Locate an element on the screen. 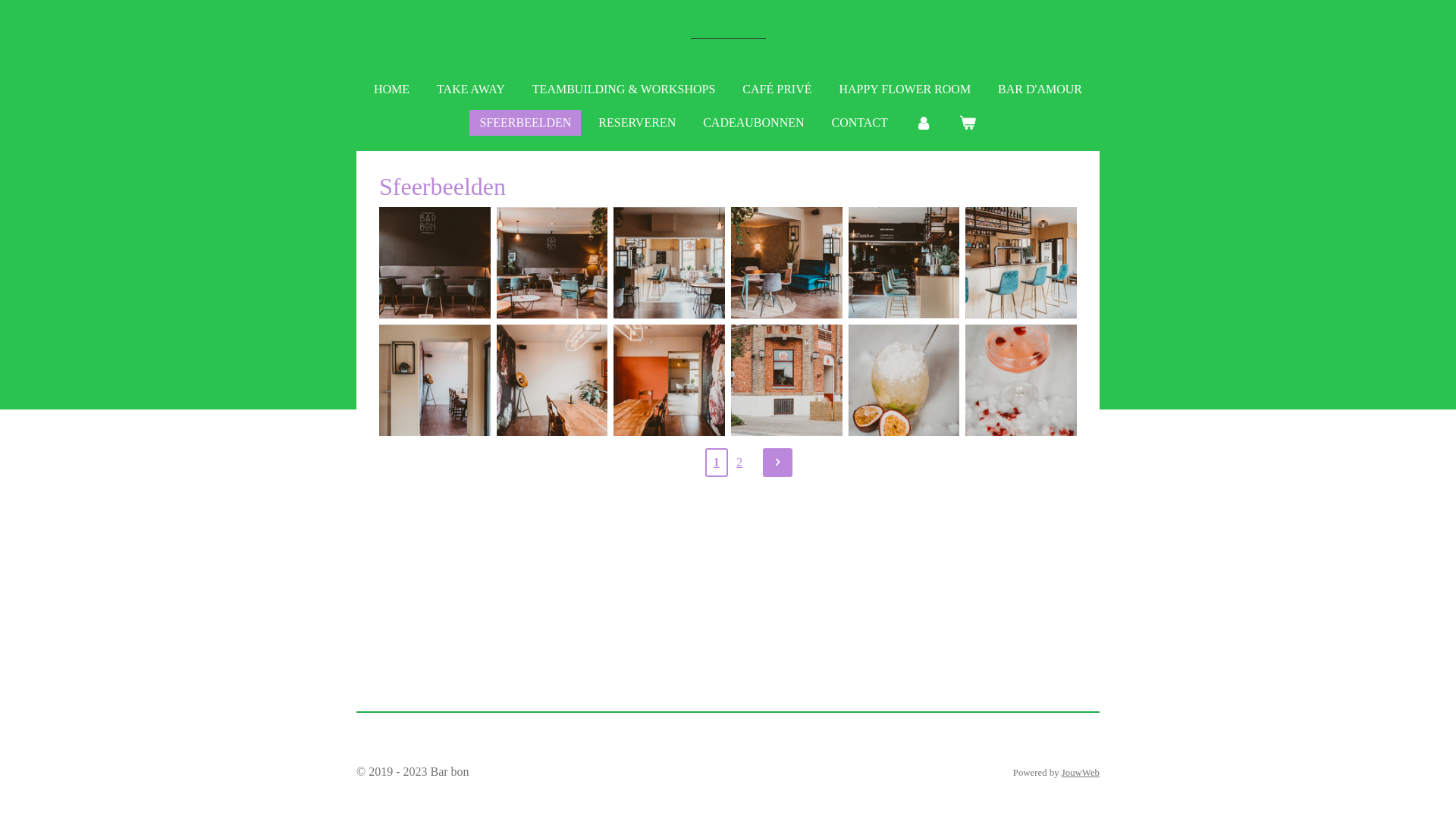 Image resolution: width=1456 pixels, height=819 pixels. 'HOME' is located at coordinates (391, 89).